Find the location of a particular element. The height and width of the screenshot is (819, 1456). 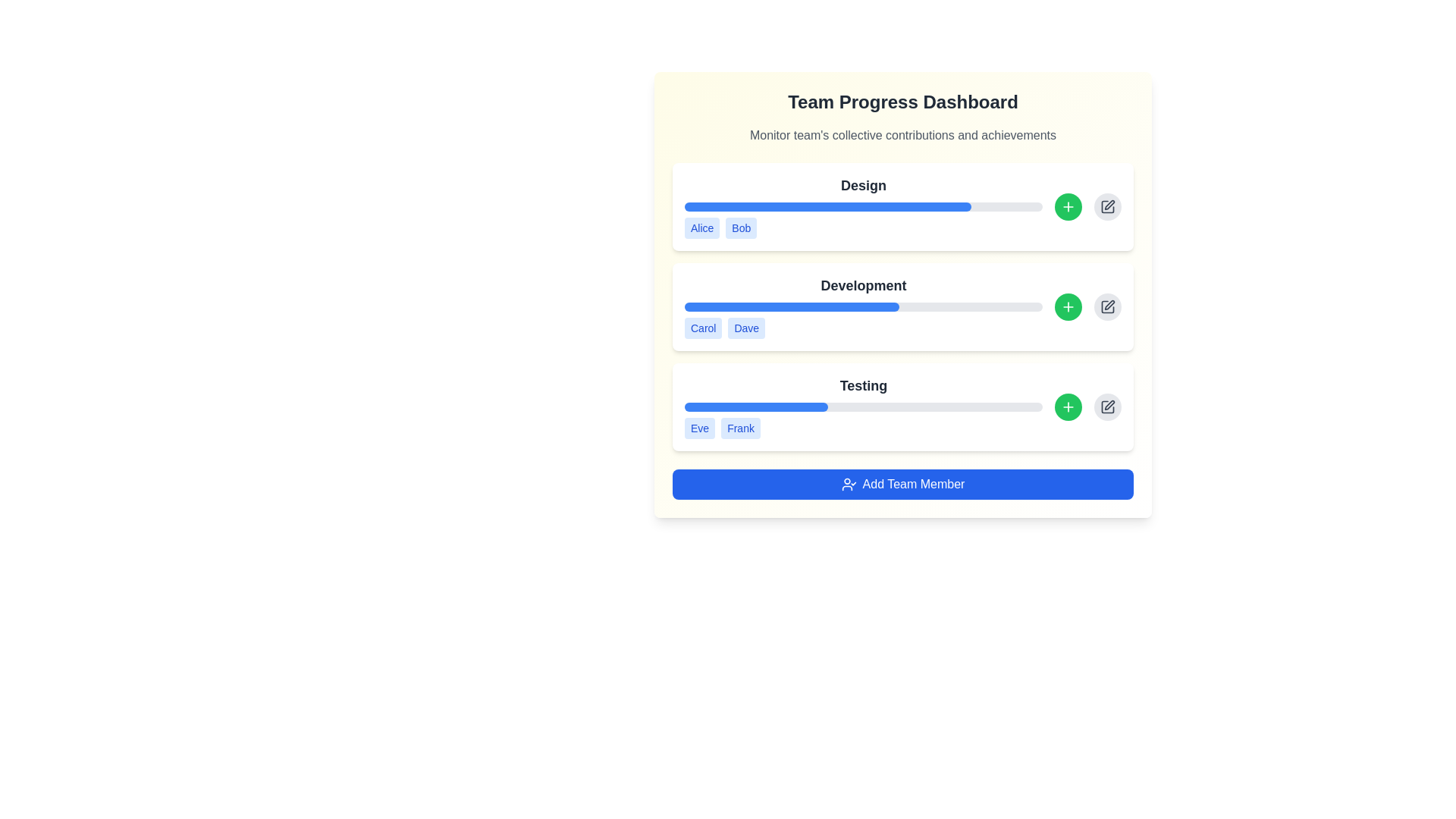

the third button in the vertical sequence located to the right of the 'Testing' progress bar is located at coordinates (1107, 406).